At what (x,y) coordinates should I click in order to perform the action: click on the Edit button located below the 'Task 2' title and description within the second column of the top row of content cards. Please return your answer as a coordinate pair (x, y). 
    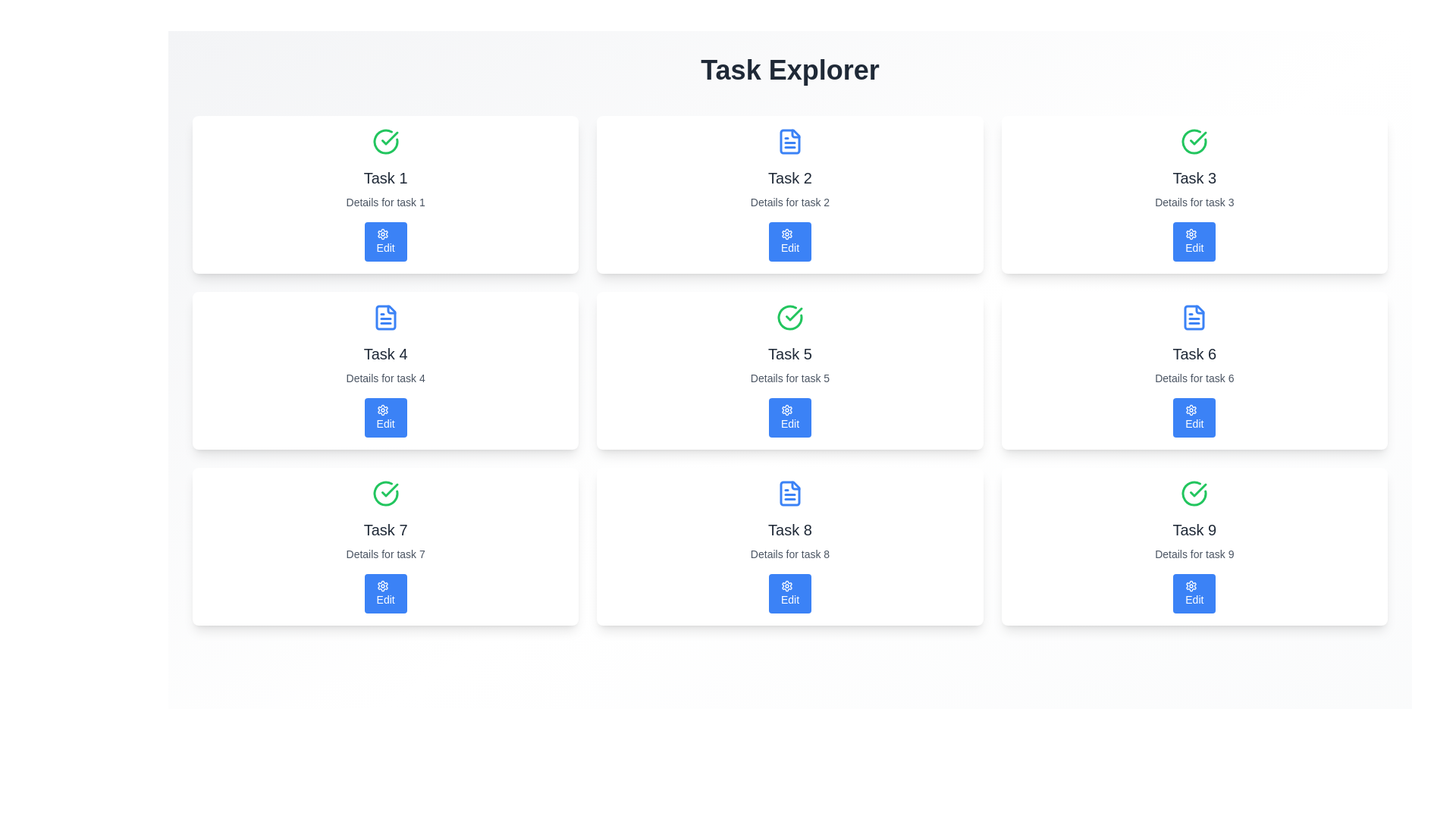
    Looking at the image, I should click on (789, 241).